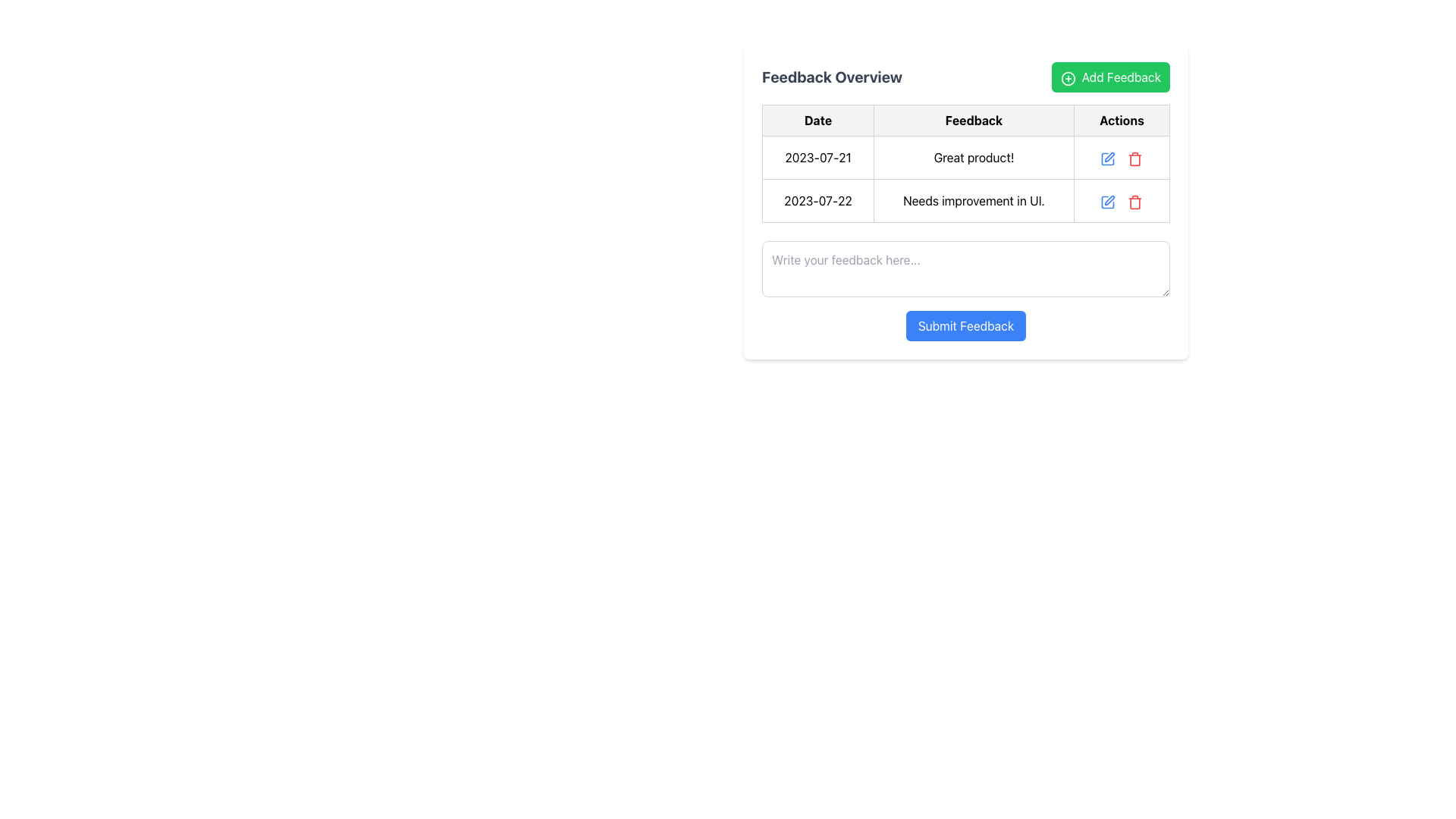 Image resolution: width=1456 pixels, height=819 pixels. Describe the element at coordinates (1067, 78) in the screenshot. I see `the SVG icon located within the green 'Add Feedback' button at the top-right corner of the application interface to initiate adding feedback` at that location.